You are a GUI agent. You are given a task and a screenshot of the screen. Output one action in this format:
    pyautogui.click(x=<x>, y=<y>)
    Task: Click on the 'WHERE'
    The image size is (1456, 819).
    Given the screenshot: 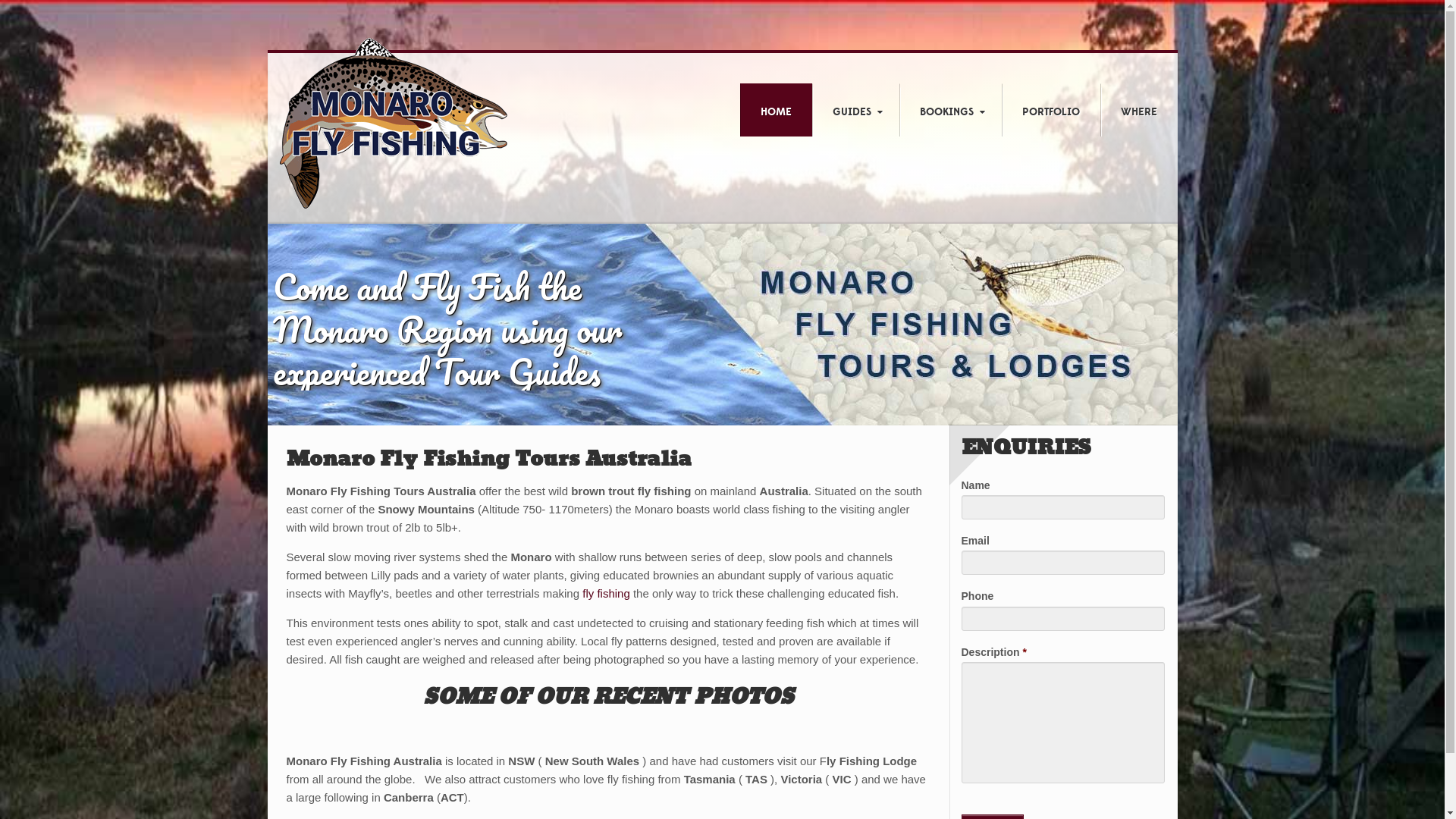 What is the action you would take?
    pyautogui.click(x=1139, y=111)
    